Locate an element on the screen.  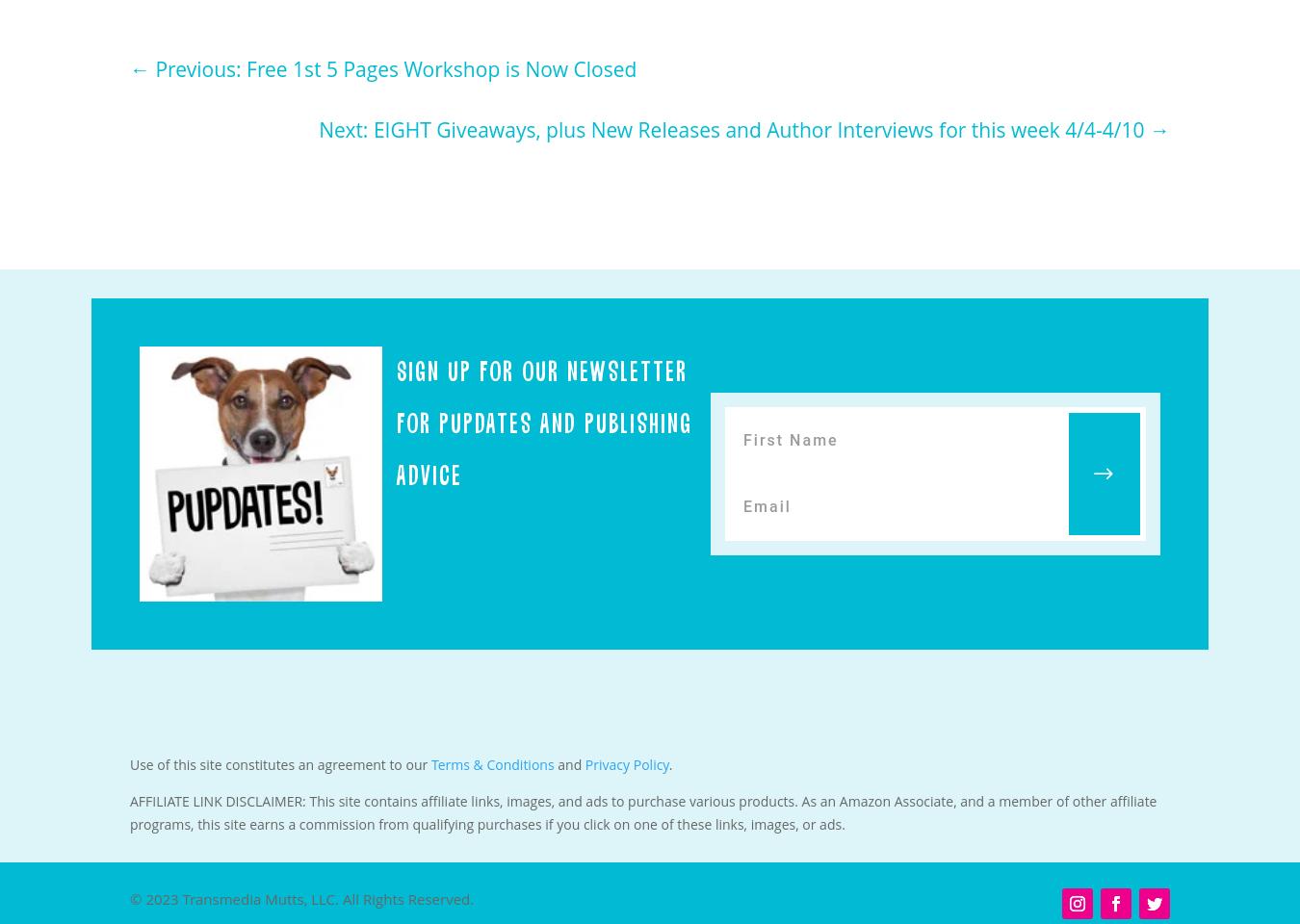
'Previous: Free 1st 5 Pages Workshop is Now Closed' is located at coordinates (395, 68).